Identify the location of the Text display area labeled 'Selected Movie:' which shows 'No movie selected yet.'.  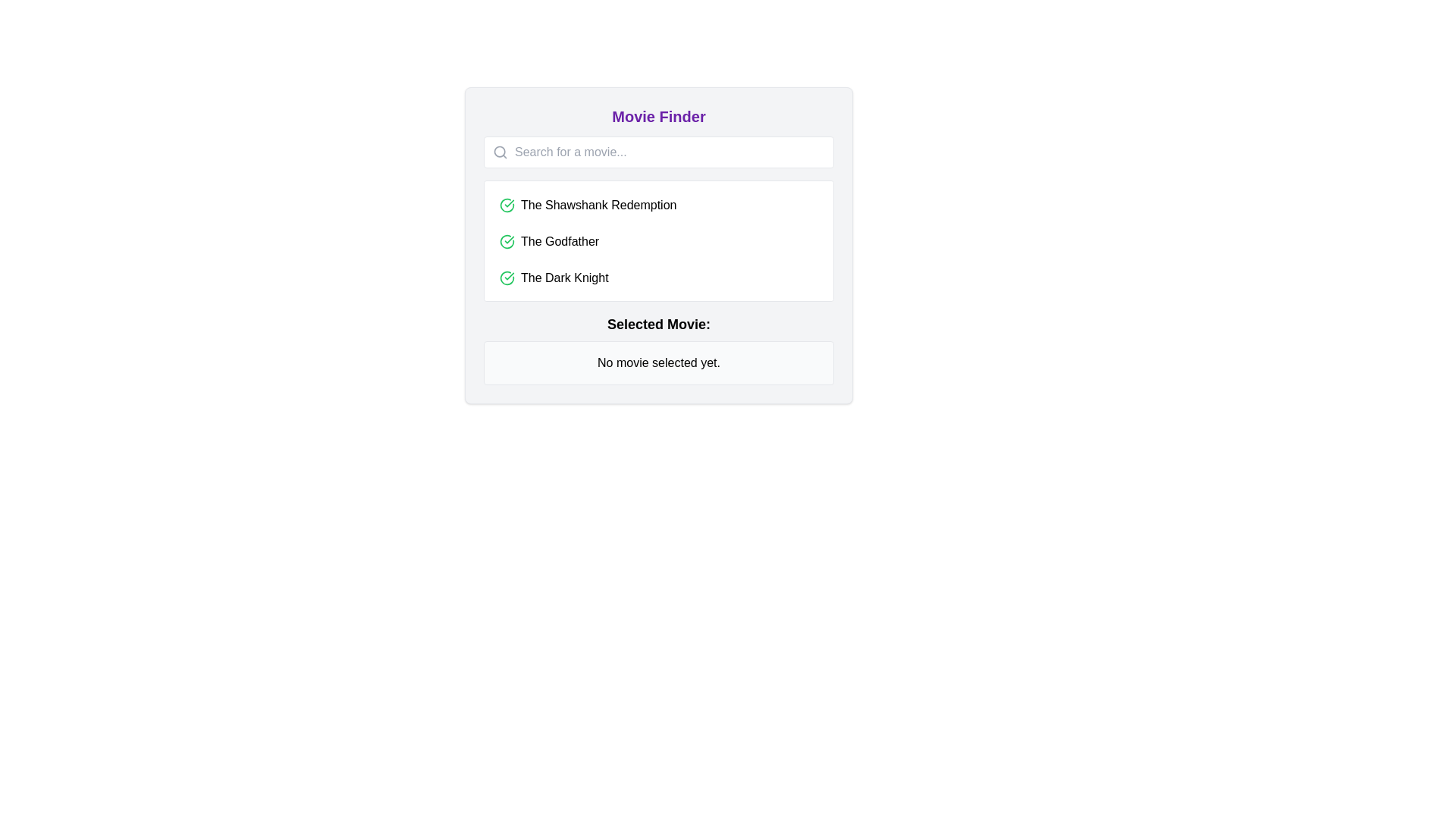
(658, 350).